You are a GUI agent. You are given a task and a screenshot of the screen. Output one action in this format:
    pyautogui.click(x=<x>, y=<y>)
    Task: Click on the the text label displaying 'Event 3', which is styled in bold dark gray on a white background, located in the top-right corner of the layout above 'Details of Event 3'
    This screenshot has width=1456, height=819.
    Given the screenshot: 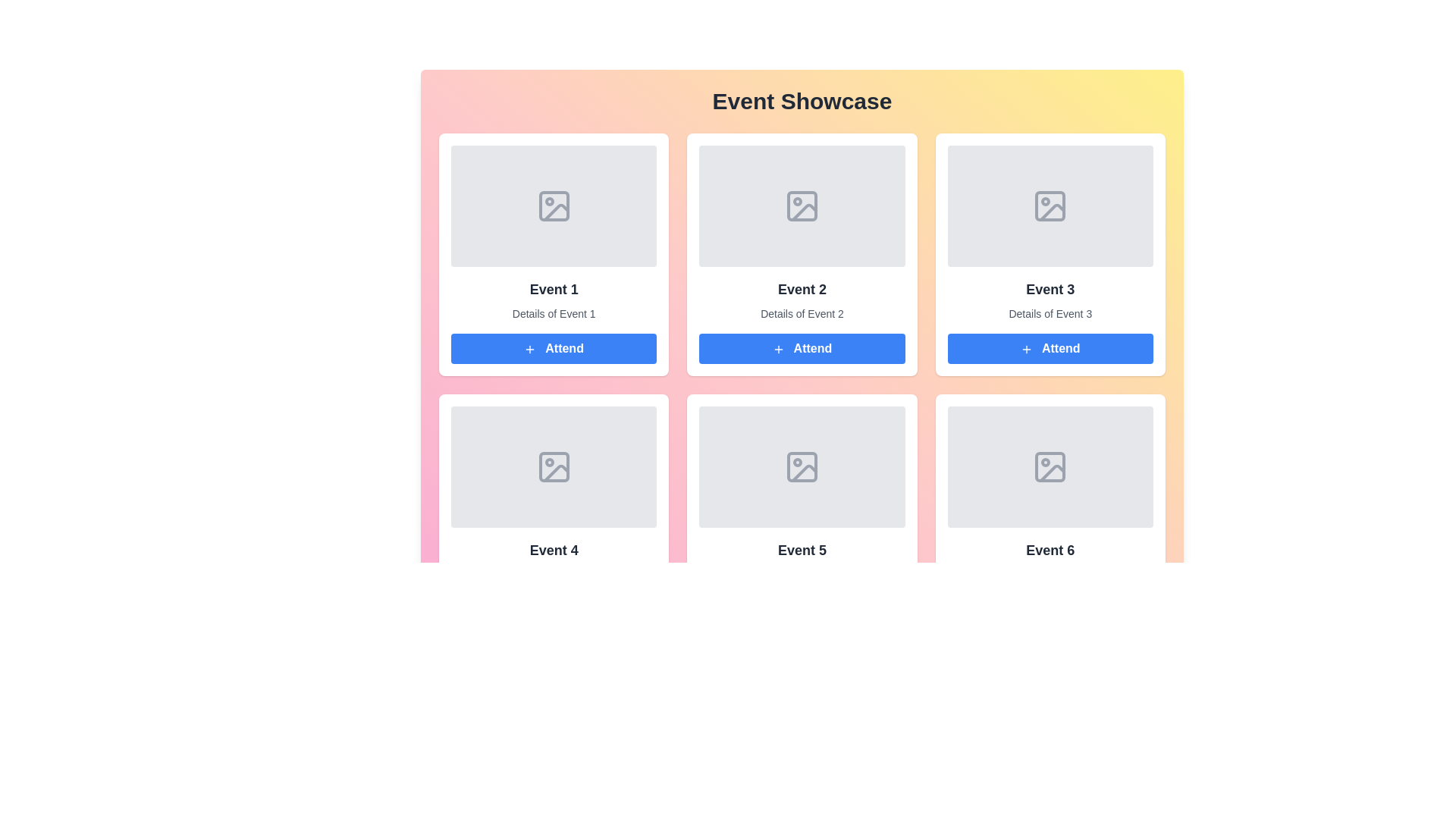 What is the action you would take?
    pyautogui.click(x=1050, y=289)
    